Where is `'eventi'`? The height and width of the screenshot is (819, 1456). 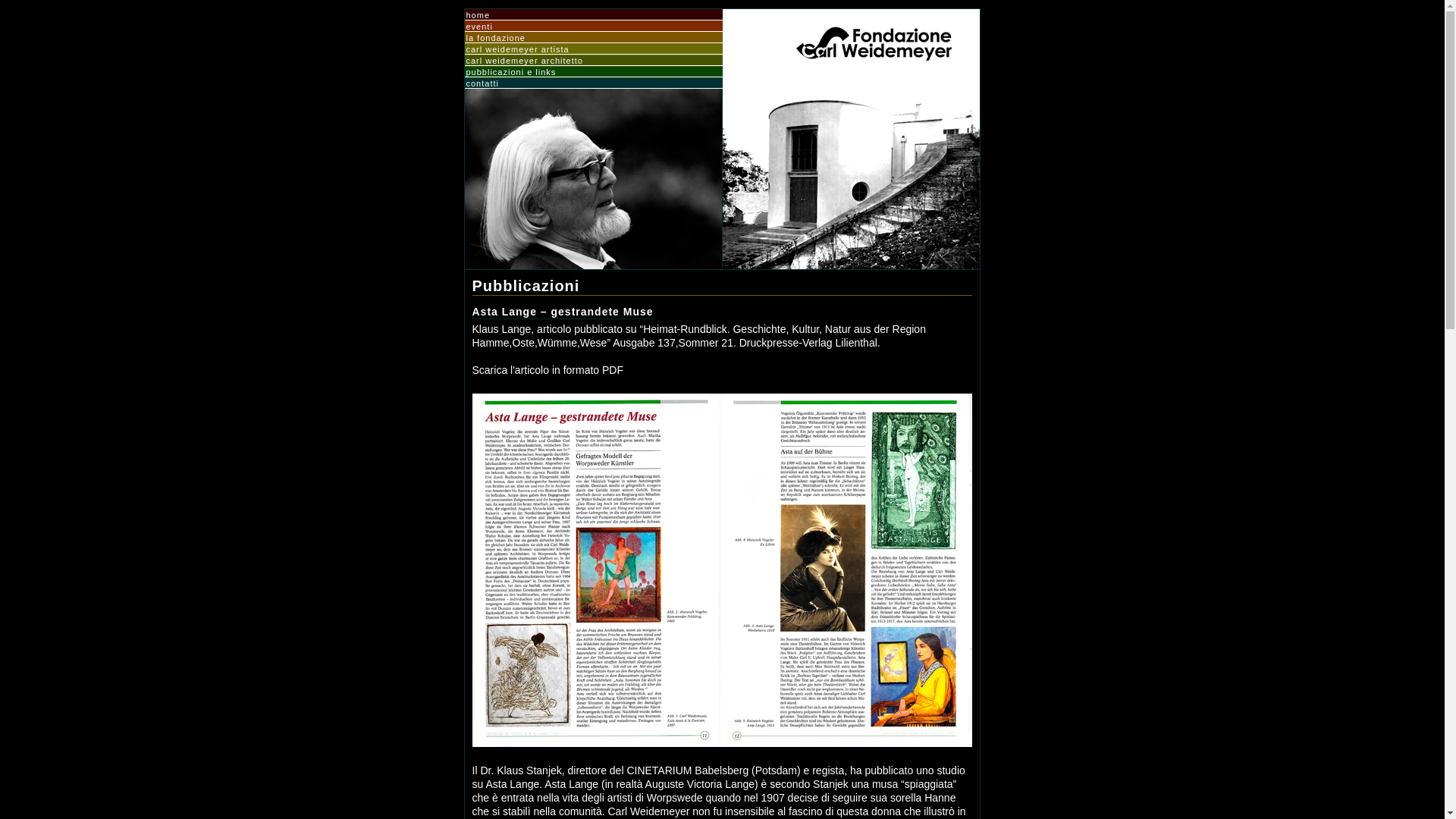 'eventi' is located at coordinates (592, 26).